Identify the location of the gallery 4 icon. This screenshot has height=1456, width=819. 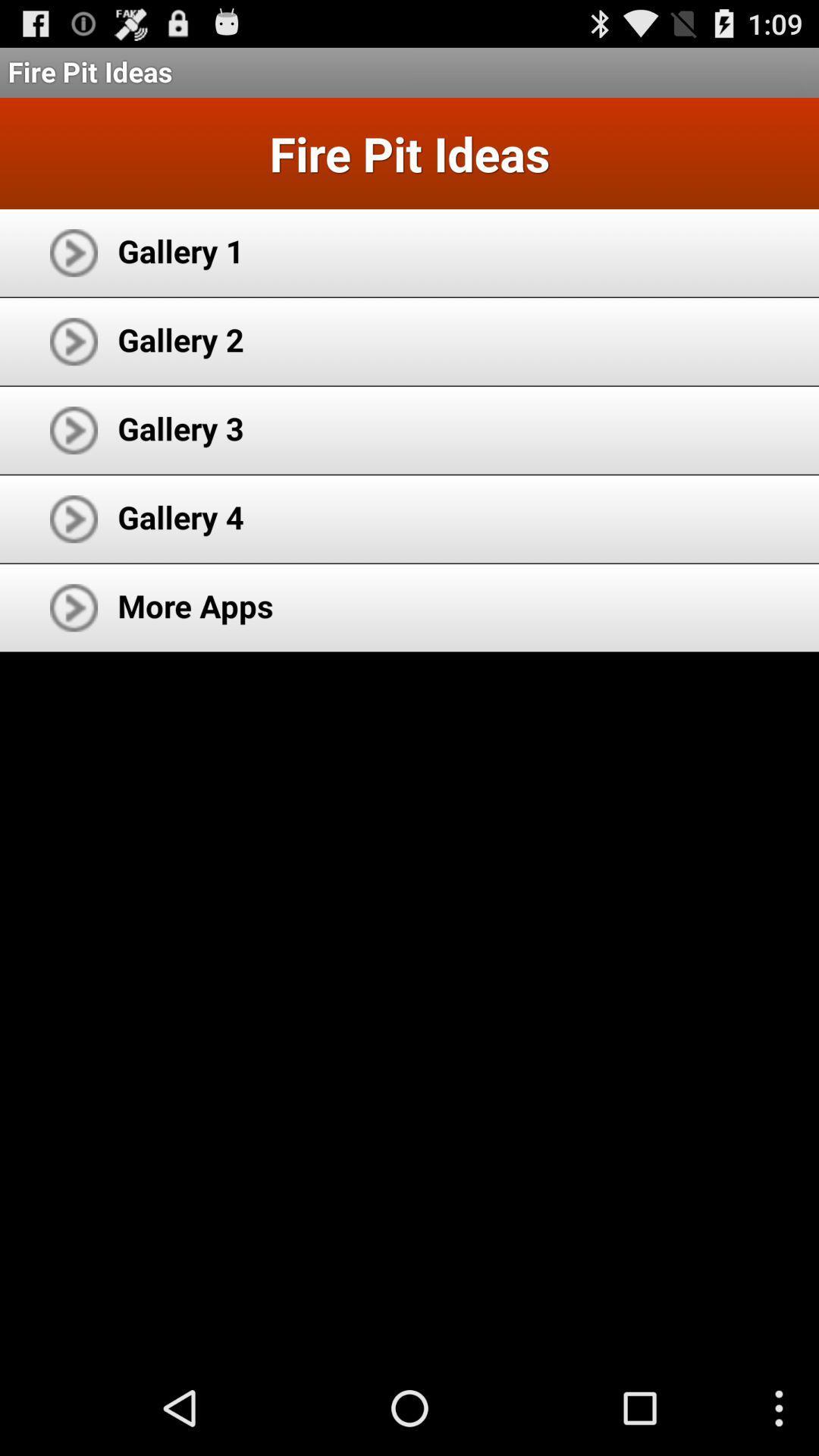
(180, 516).